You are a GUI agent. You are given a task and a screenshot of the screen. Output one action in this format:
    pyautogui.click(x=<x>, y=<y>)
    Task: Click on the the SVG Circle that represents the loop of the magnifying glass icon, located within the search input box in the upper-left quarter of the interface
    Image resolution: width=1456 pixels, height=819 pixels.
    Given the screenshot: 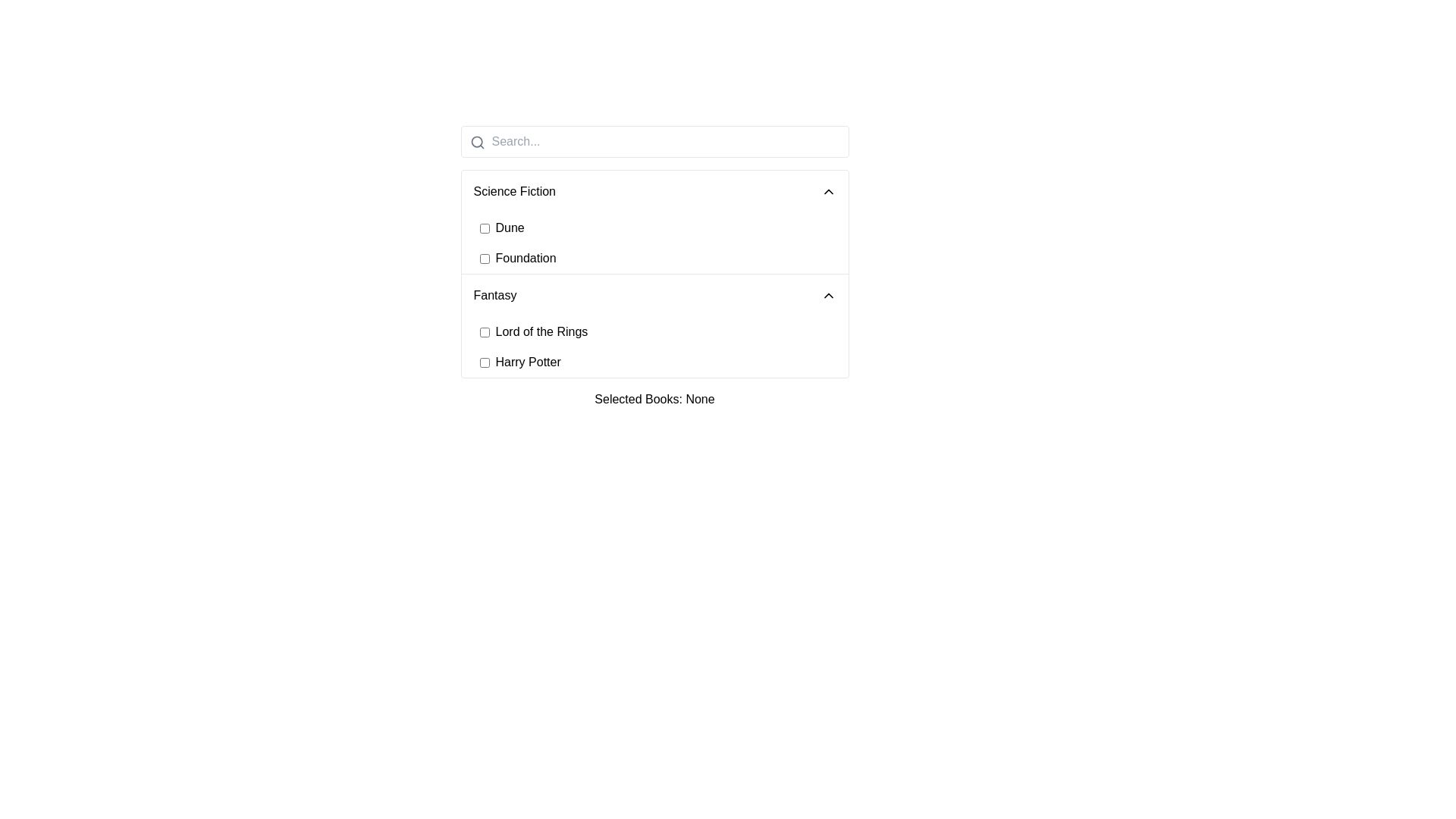 What is the action you would take?
    pyautogui.click(x=475, y=142)
    